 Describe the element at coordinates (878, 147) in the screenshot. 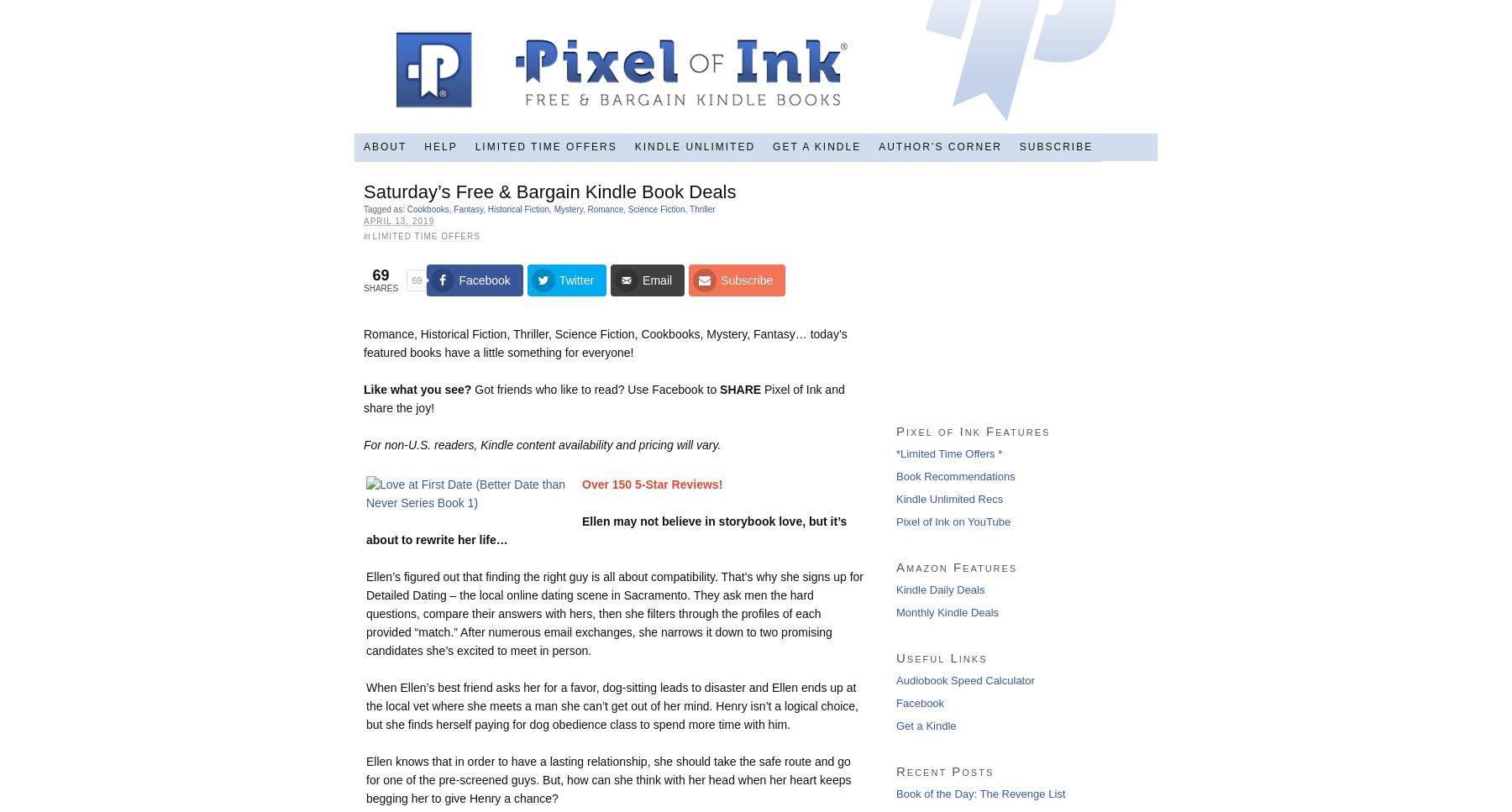

I see `'Author’s Corner'` at that location.